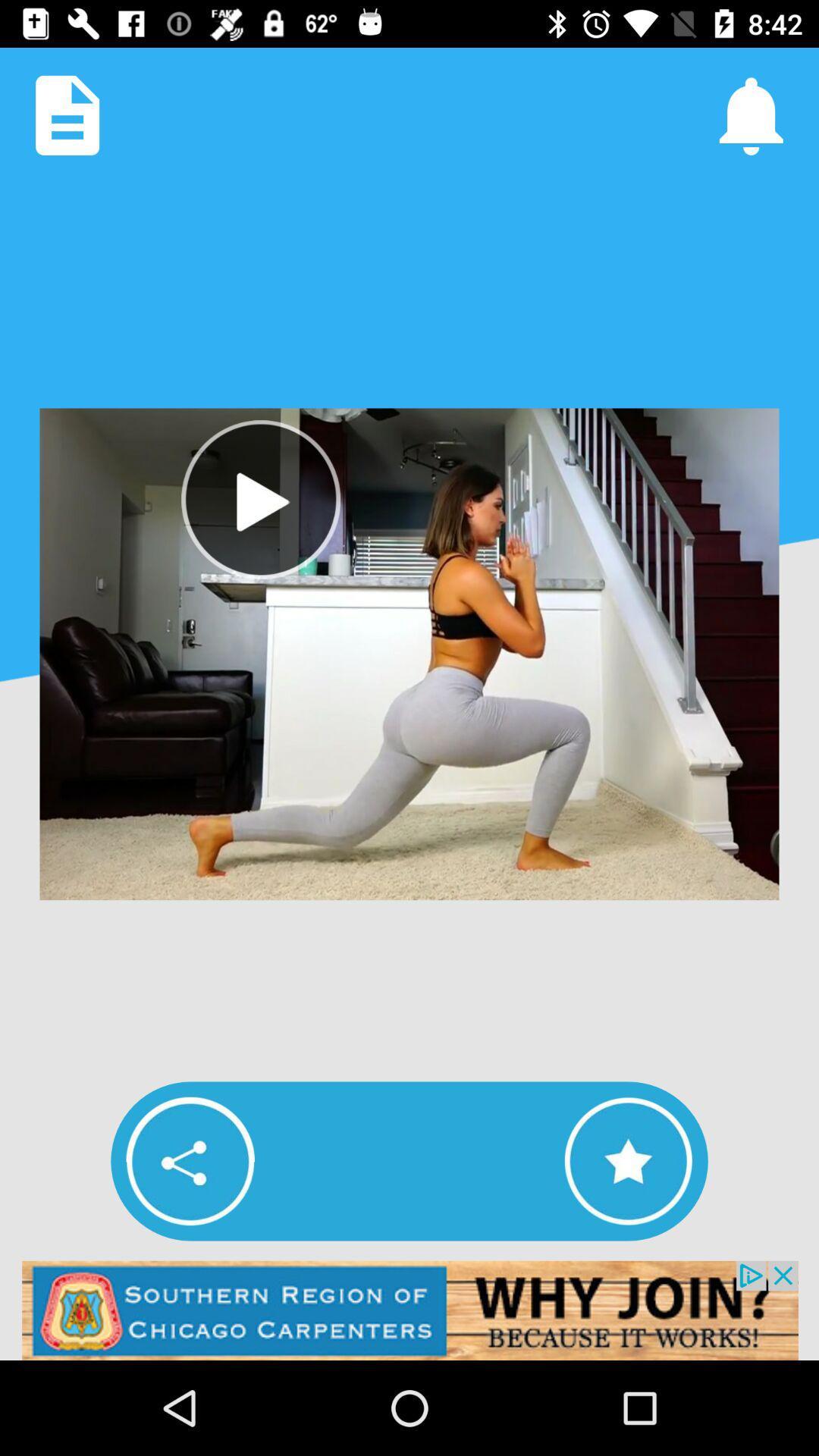  What do you see at coordinates (628, 1160) in the screenshot?
I see `to favorites` at bounding box center [628, 1160].